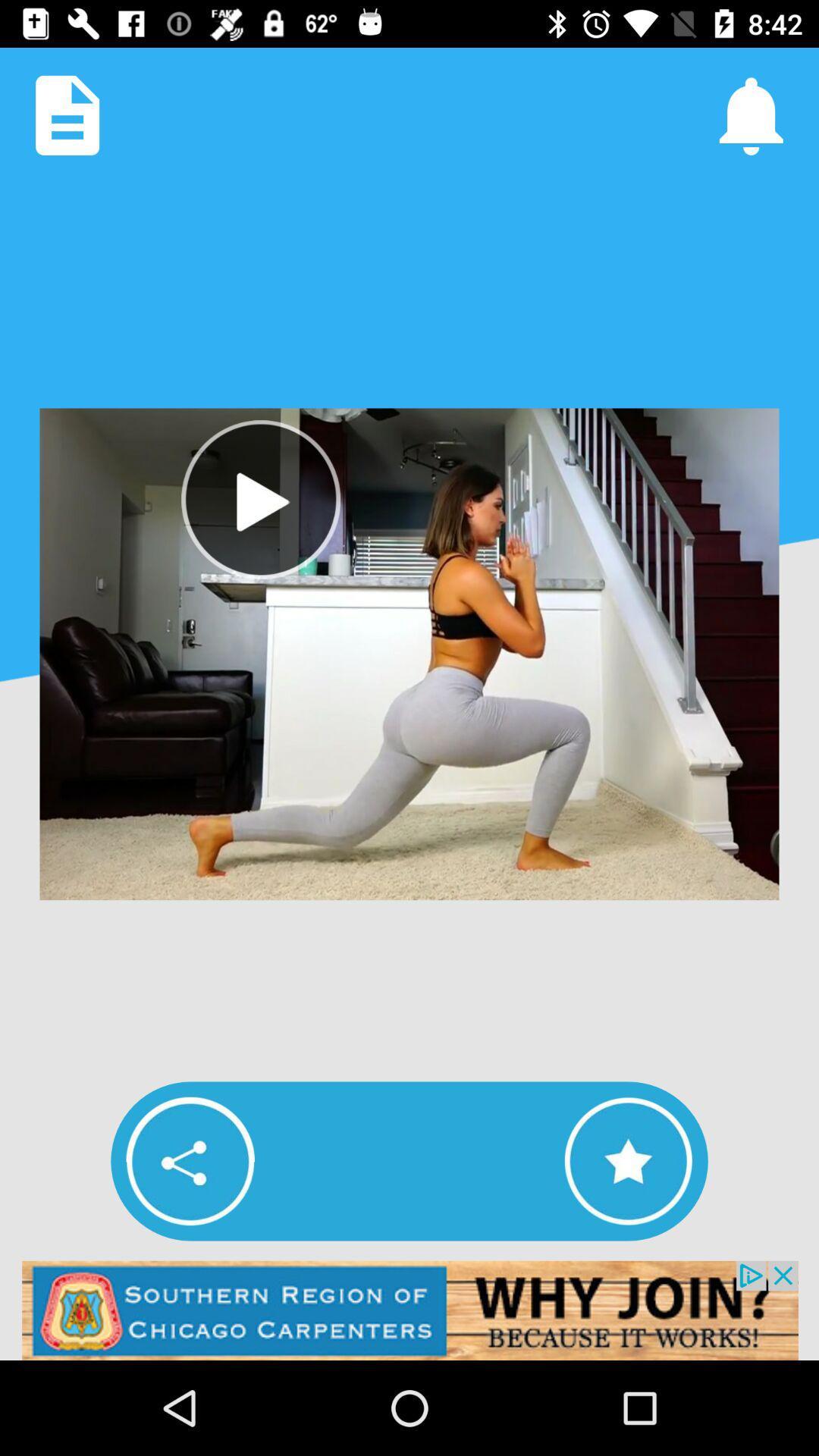  What do you see at coordinates (628, 1160) in the screenshot?
I see `to favorites` at bounding box center [628, 1160].